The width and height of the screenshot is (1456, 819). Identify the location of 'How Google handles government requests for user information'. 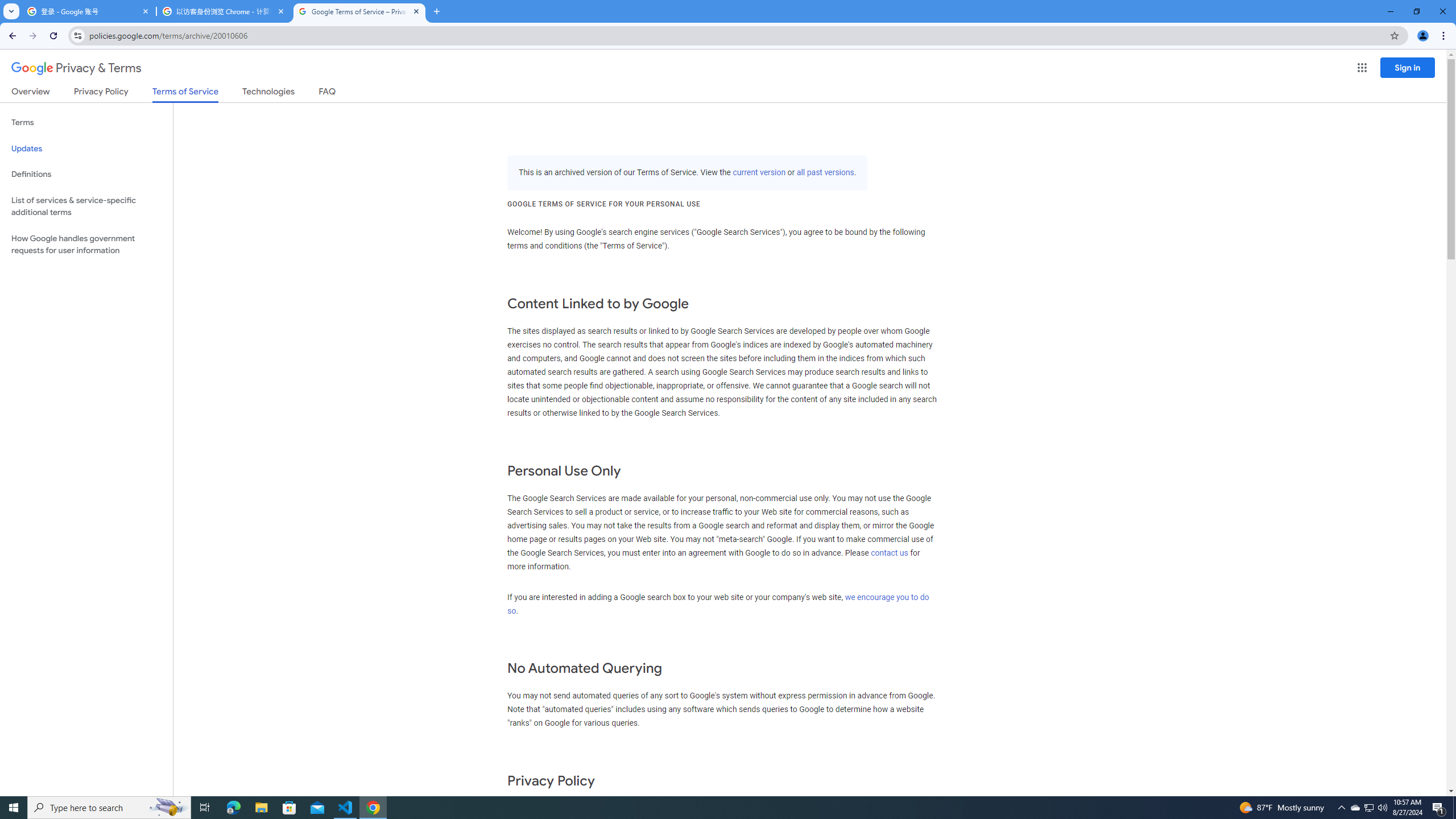
(86, 243).